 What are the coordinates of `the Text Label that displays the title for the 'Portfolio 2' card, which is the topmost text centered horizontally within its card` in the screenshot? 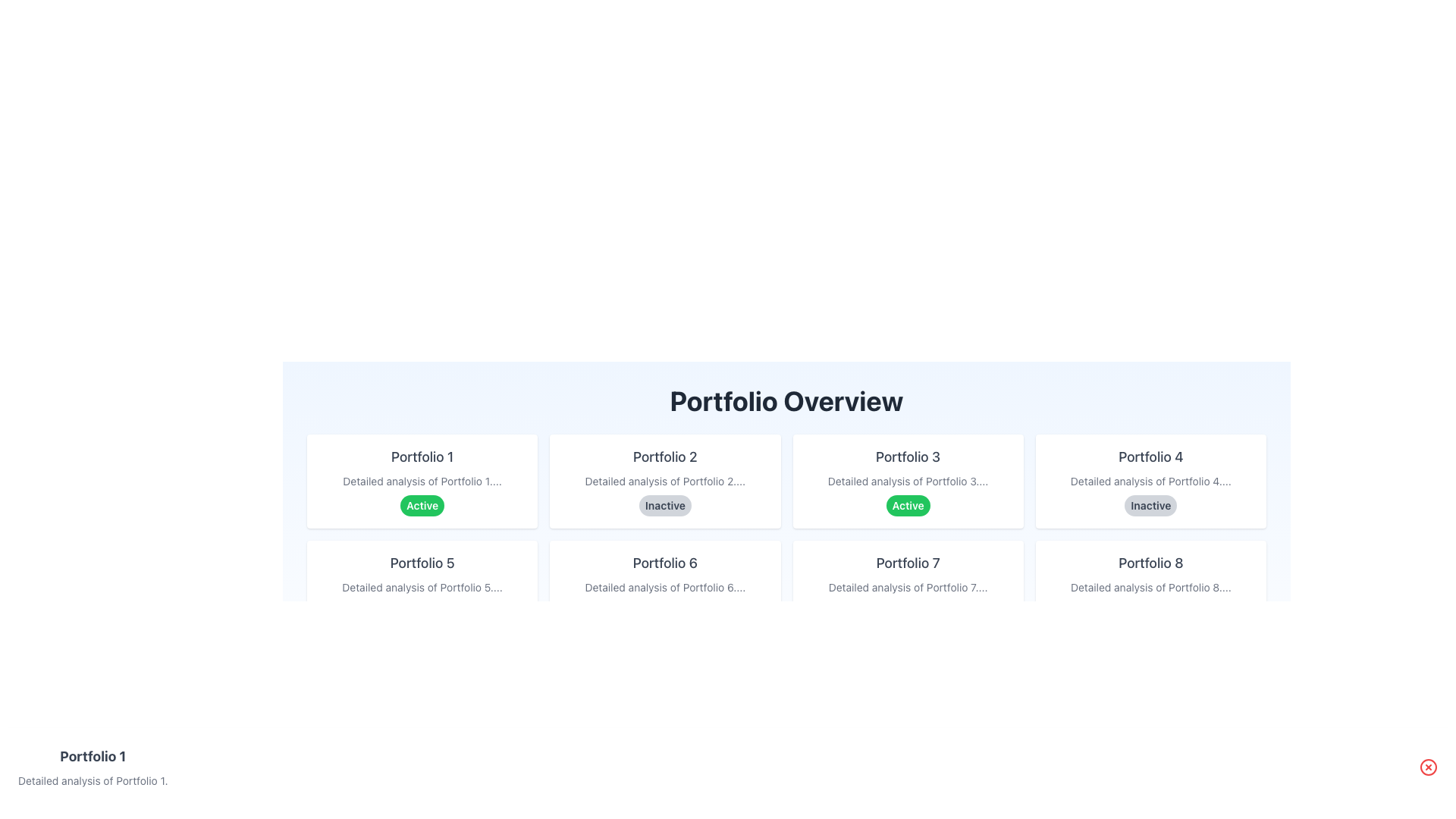 It's located at (665, 456).